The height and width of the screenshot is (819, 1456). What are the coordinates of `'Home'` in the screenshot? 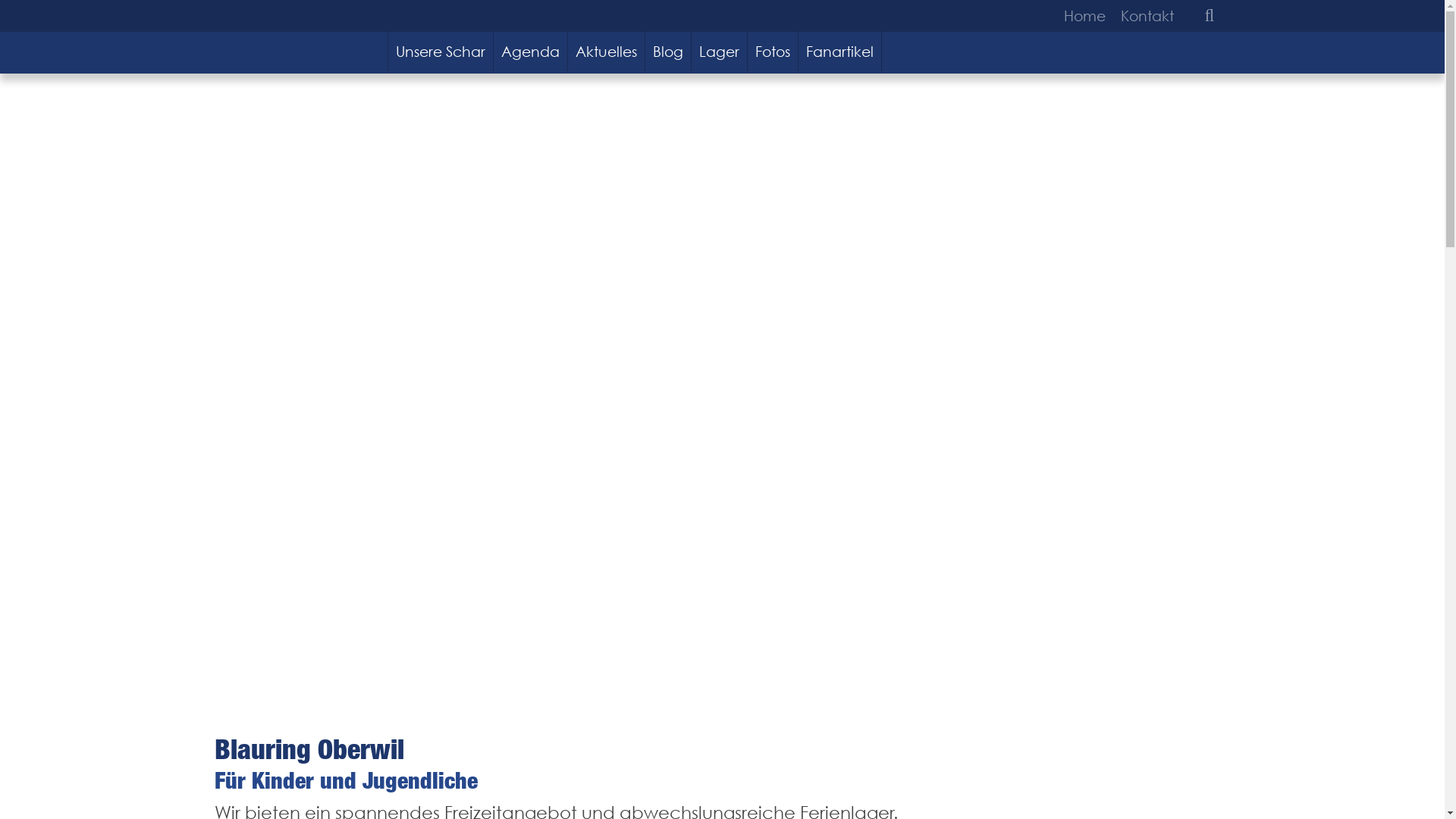 It's located at (1087, 15).